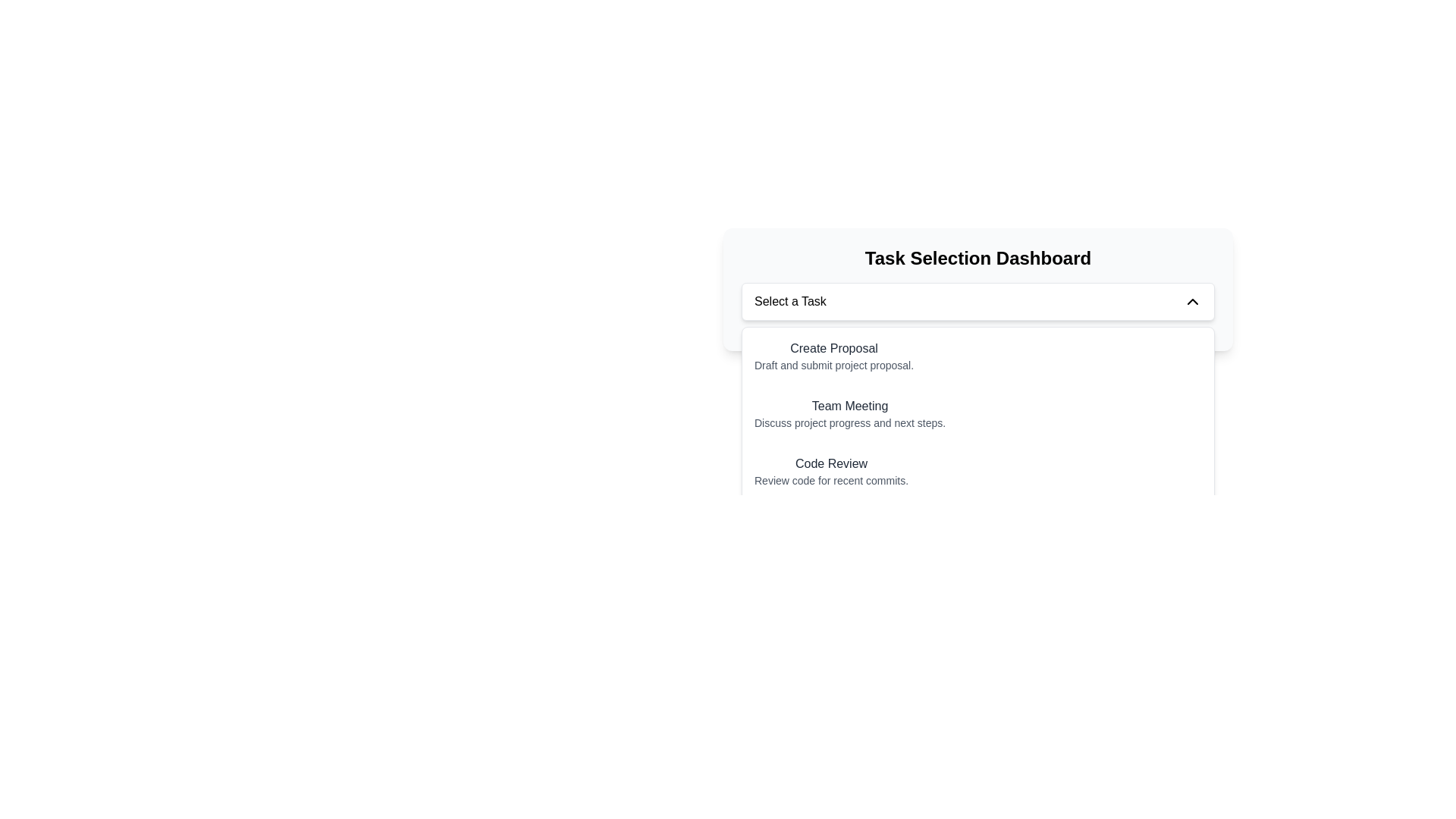  I want to click on the 'Create Proposal' list item in the dropdown menu under 'Task Selection Dashboard', so click(978, 353).